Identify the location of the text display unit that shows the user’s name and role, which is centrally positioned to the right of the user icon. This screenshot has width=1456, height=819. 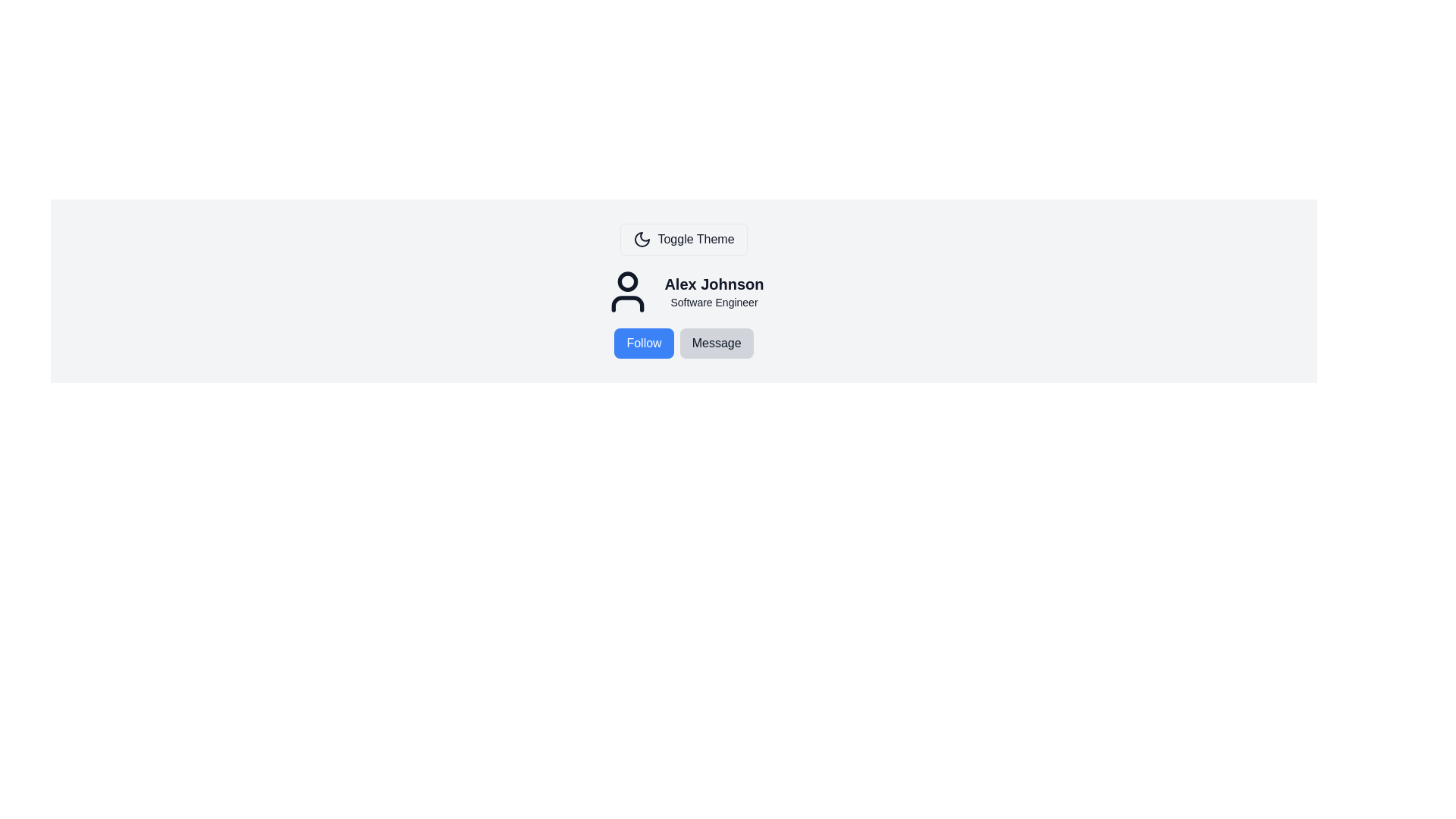
(713, 292).